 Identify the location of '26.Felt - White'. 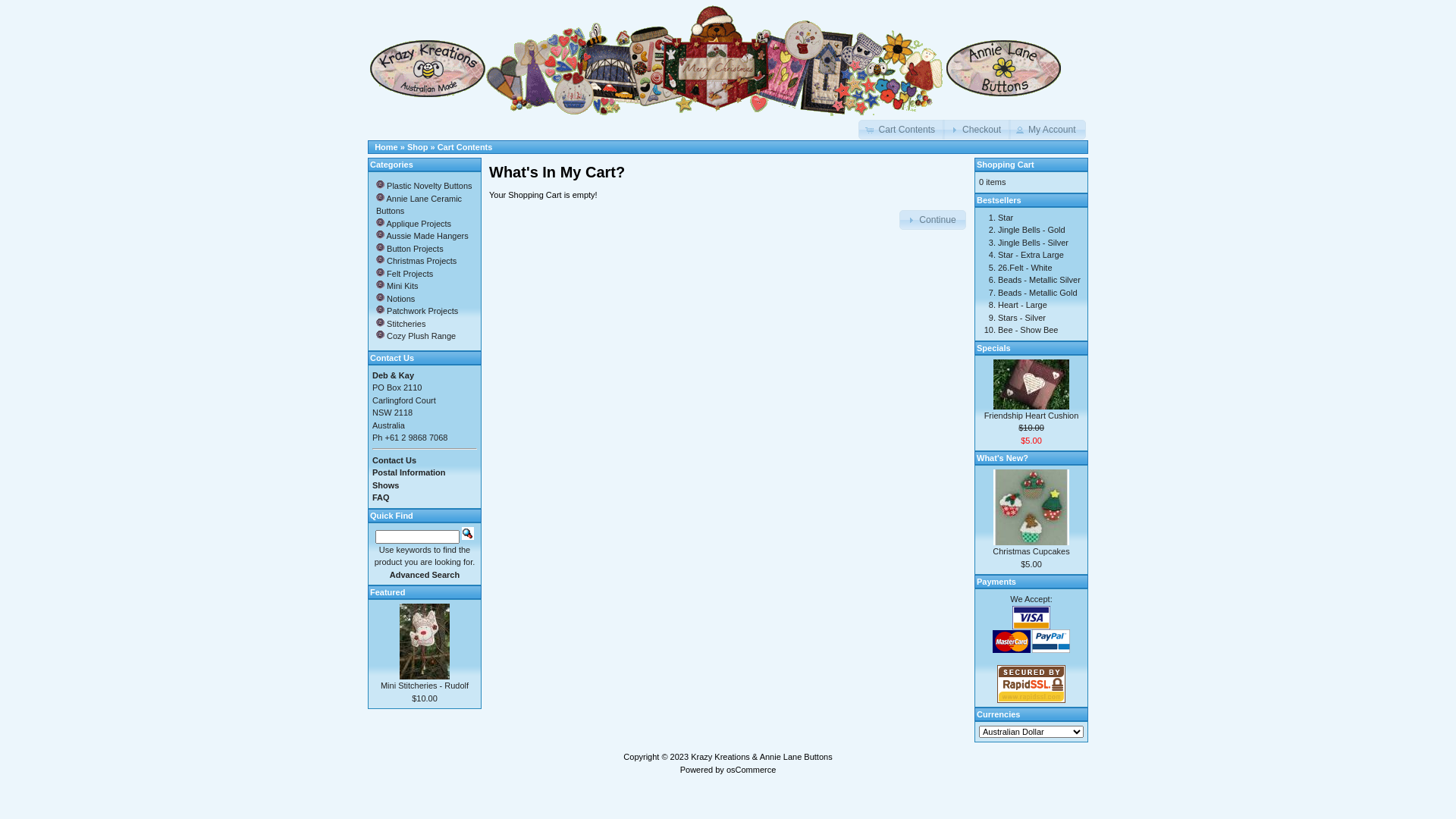
(1025, 265).